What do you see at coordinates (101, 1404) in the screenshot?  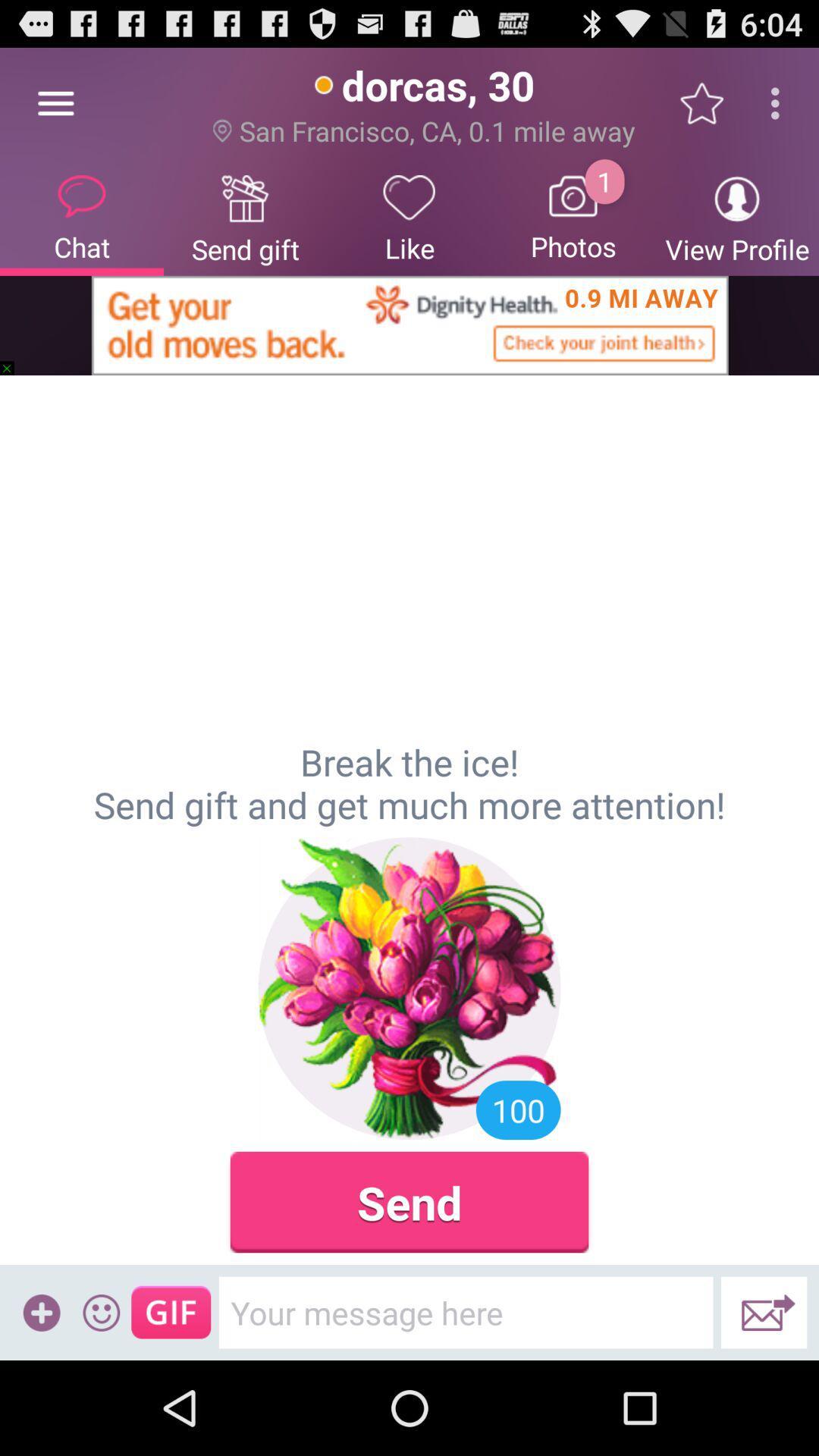 I see `the emoji icon` at bounding box center [101, 1404].